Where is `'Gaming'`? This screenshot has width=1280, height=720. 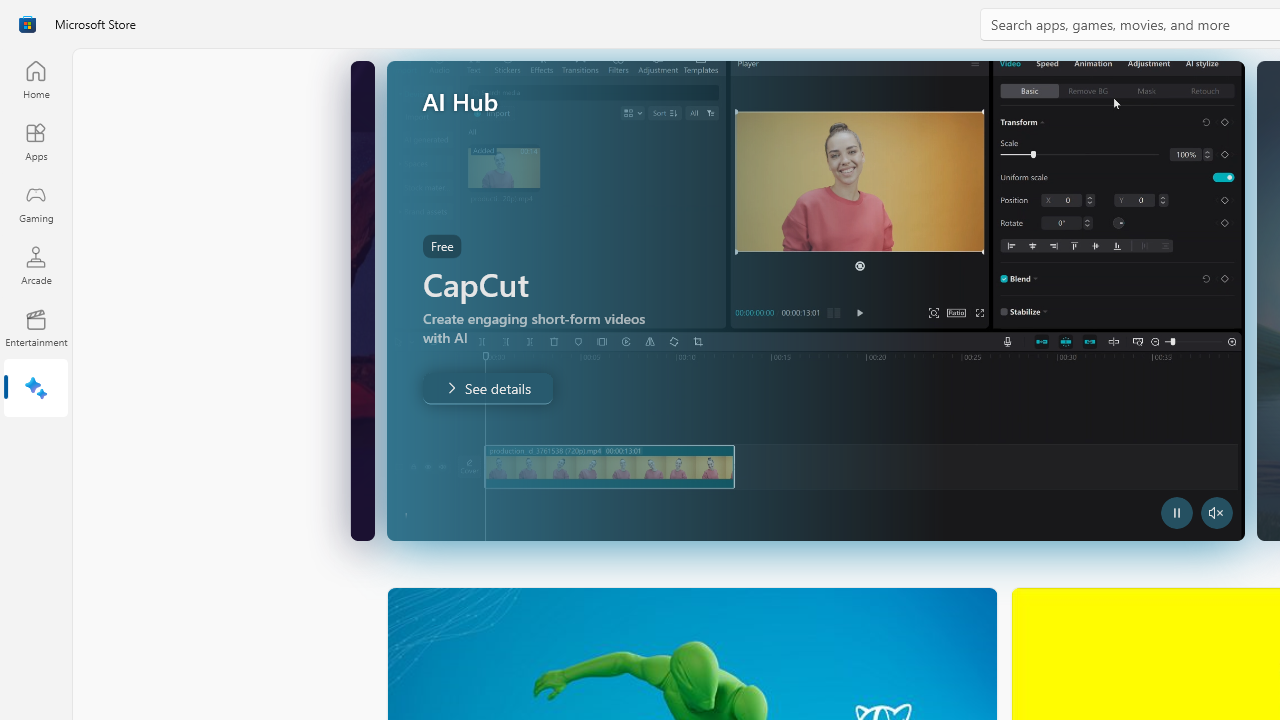
'Gaming' is located at coordinates (35, 203).